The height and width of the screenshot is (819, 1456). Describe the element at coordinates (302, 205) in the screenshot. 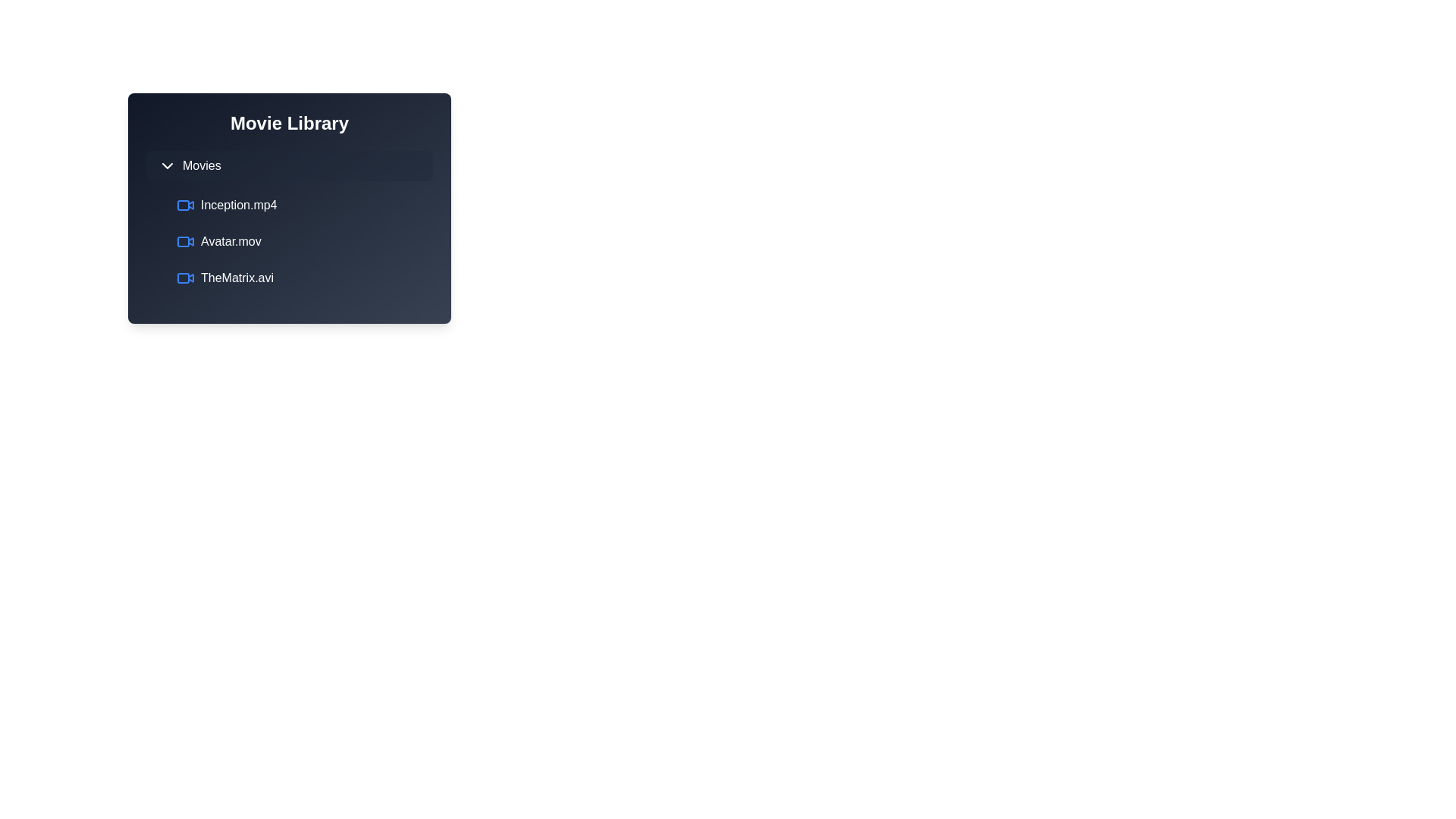

I see `the movie item Inception.mp4 from the list` at that location.